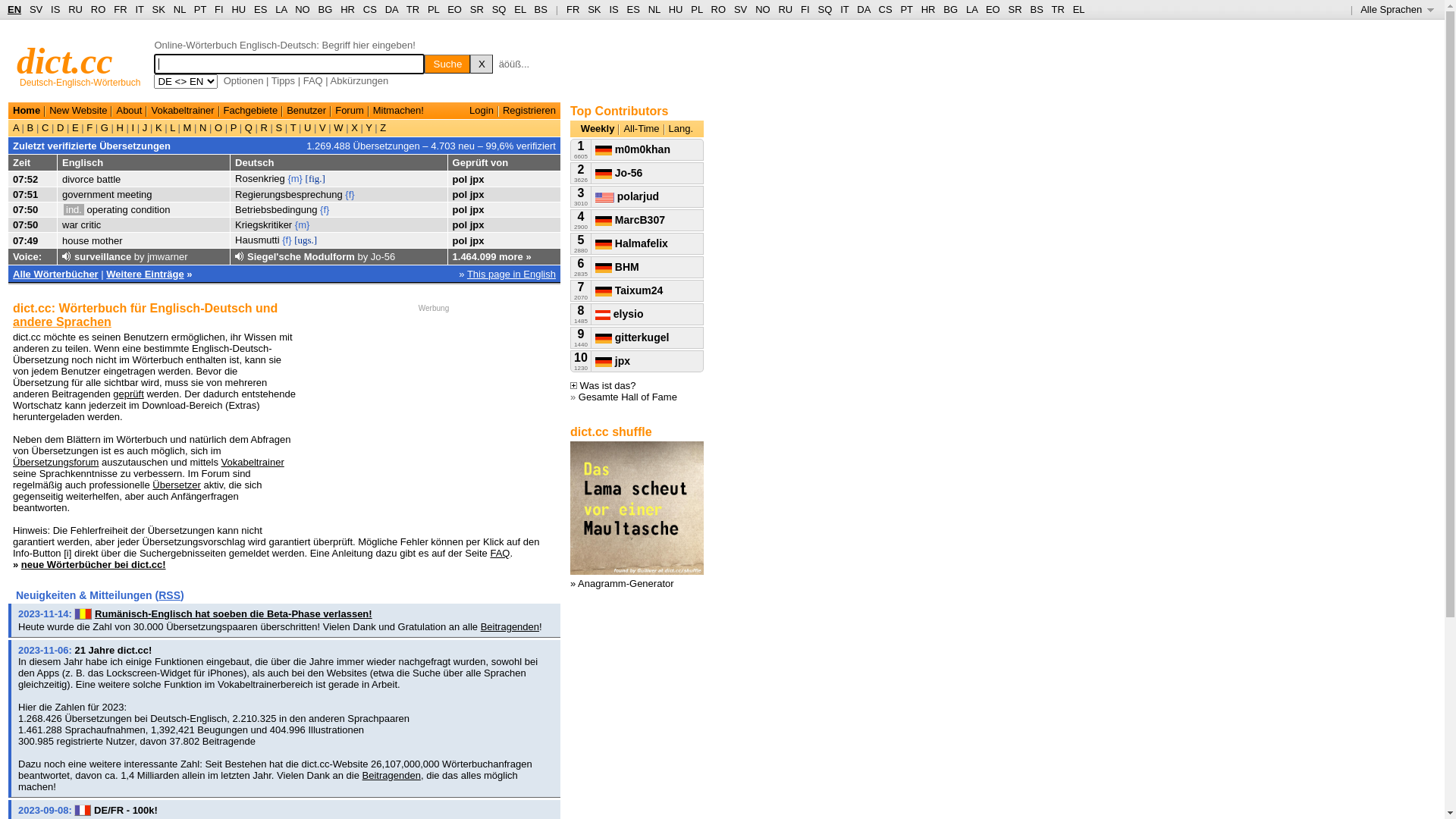 This screenshot has height=819, width=1456. I want to click on 'DA', so click(863, 9).